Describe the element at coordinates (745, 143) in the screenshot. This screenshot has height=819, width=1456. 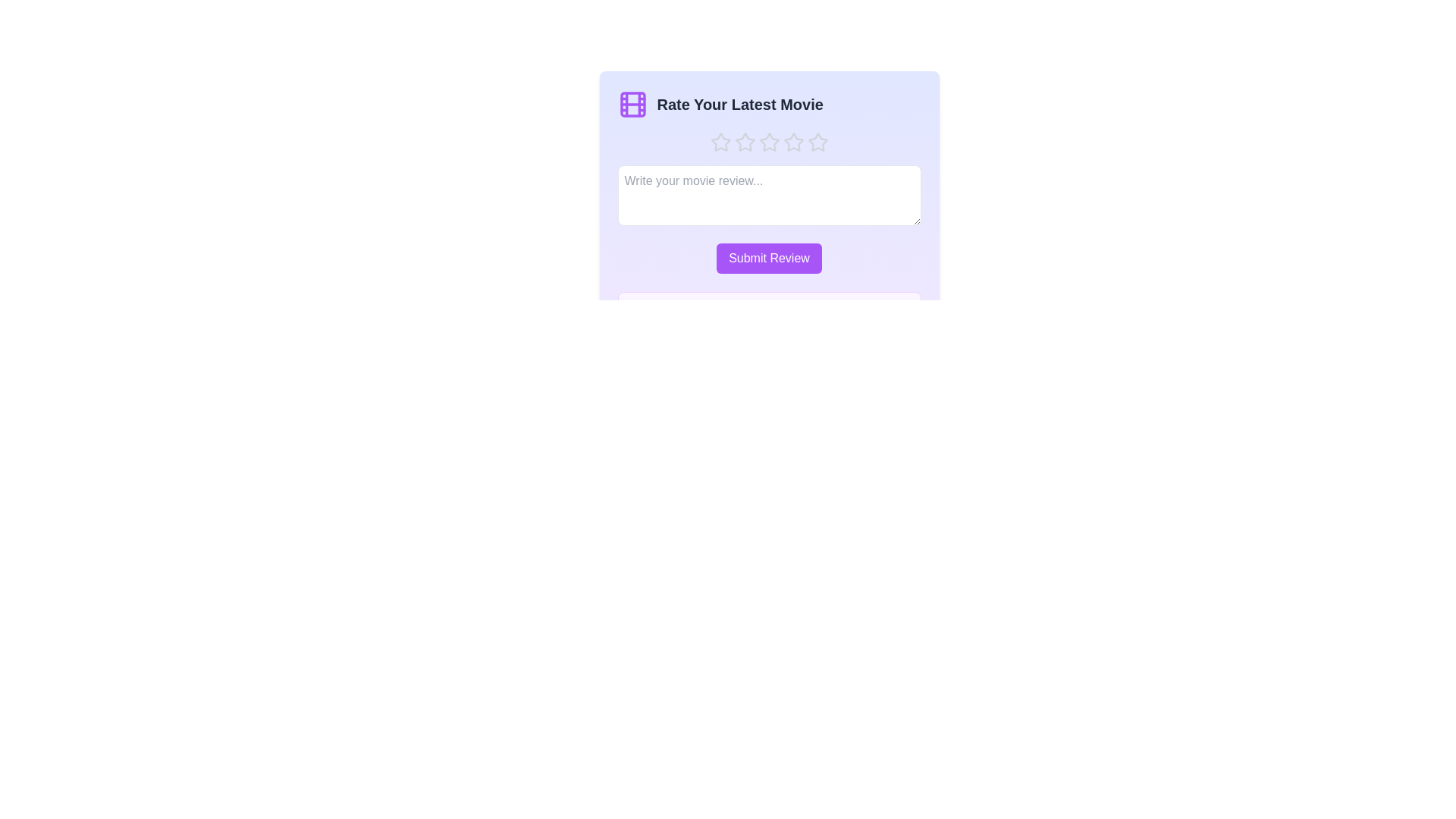
I see `the movie rating to 2 stars by clicking on the corresponding star` at that location.